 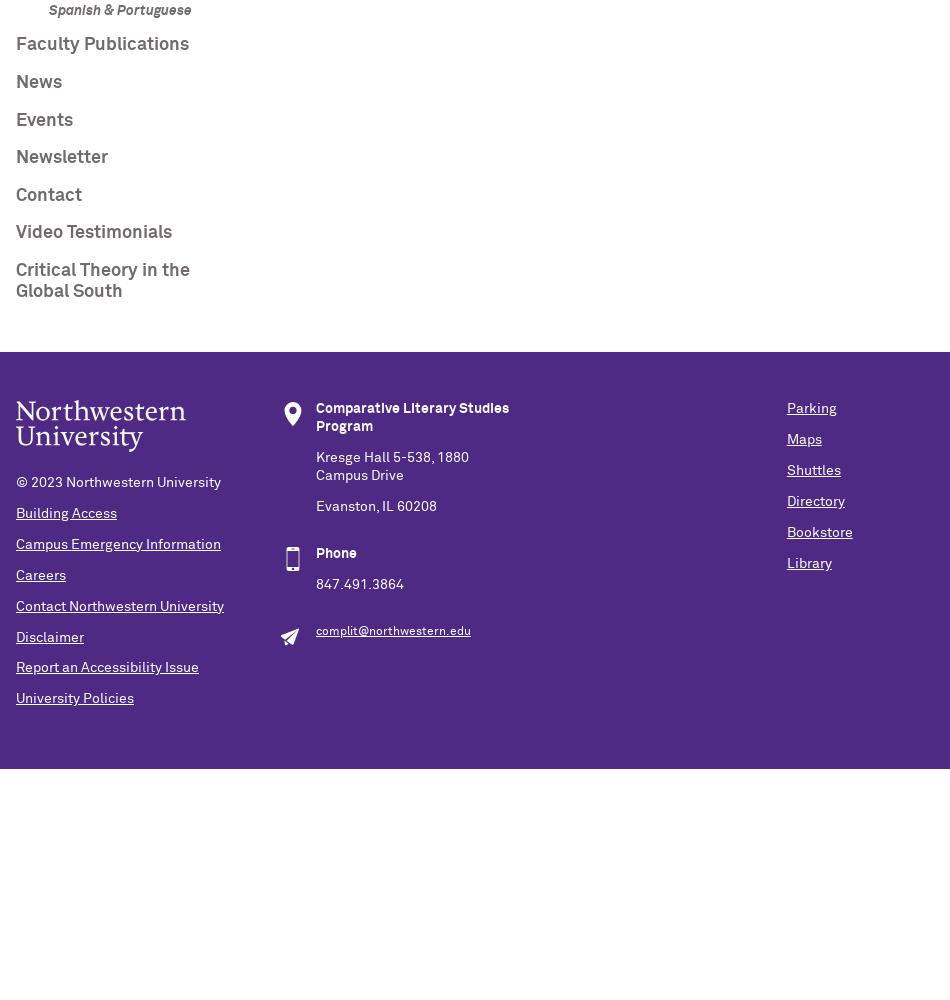 What do you see at coordinates (812, 470) in the screenshot?
I see `'Shuttles'` at bounding box center [812, 470].